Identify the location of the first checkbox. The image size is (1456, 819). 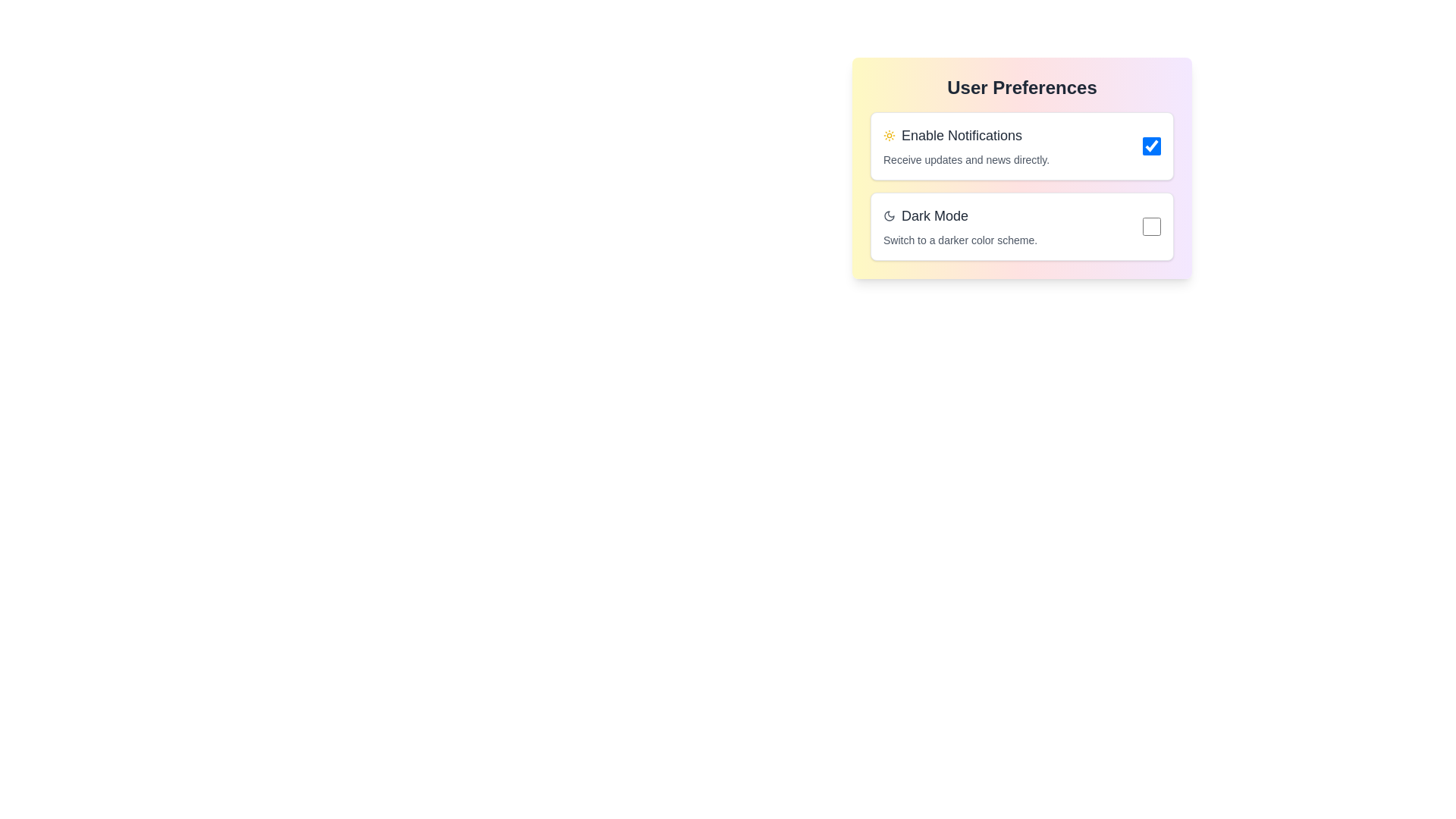
(1151, 146).